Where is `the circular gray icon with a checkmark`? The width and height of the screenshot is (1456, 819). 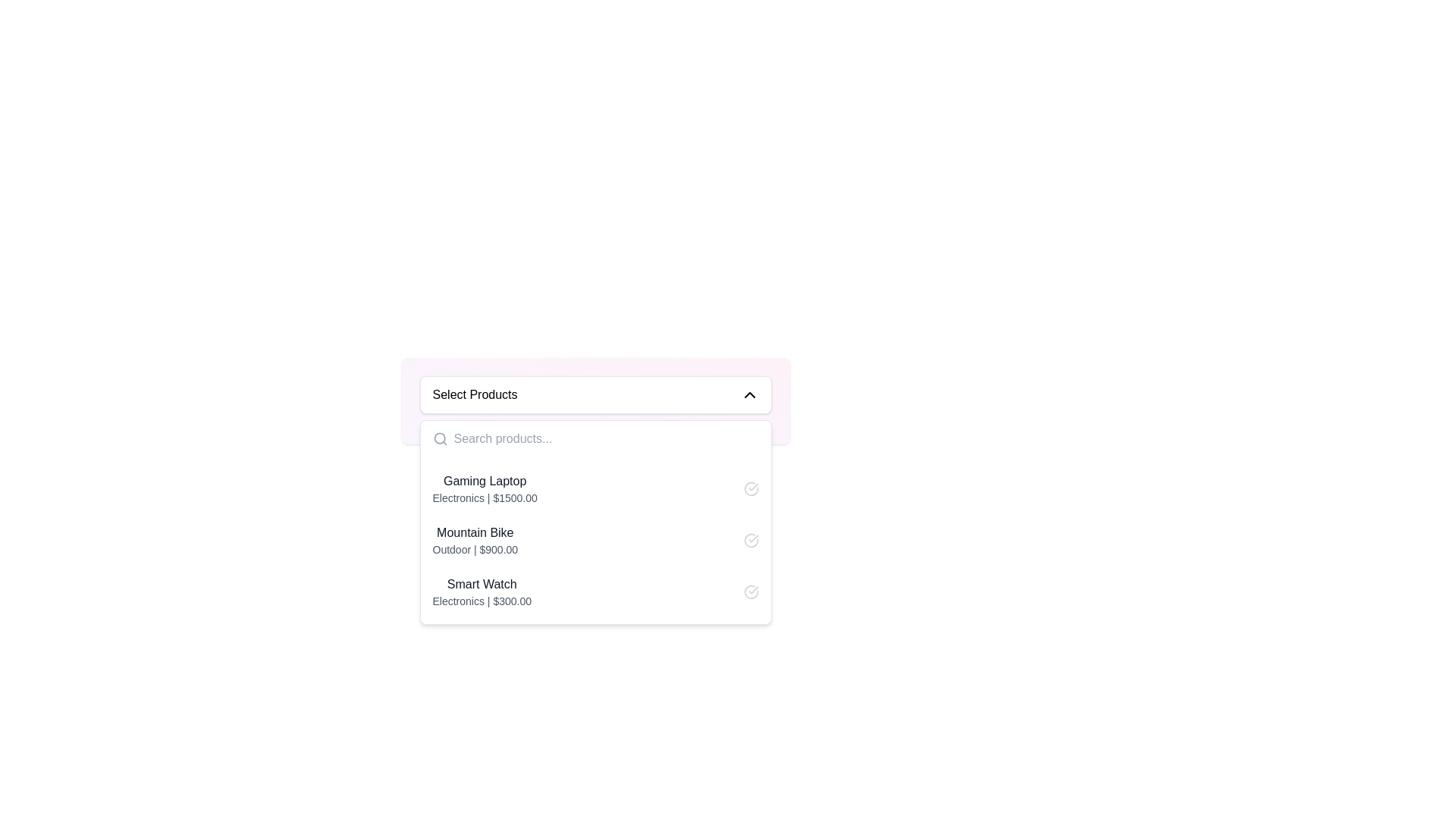
the circular gray icon with a checkmark is located at coordinates (751, 488).